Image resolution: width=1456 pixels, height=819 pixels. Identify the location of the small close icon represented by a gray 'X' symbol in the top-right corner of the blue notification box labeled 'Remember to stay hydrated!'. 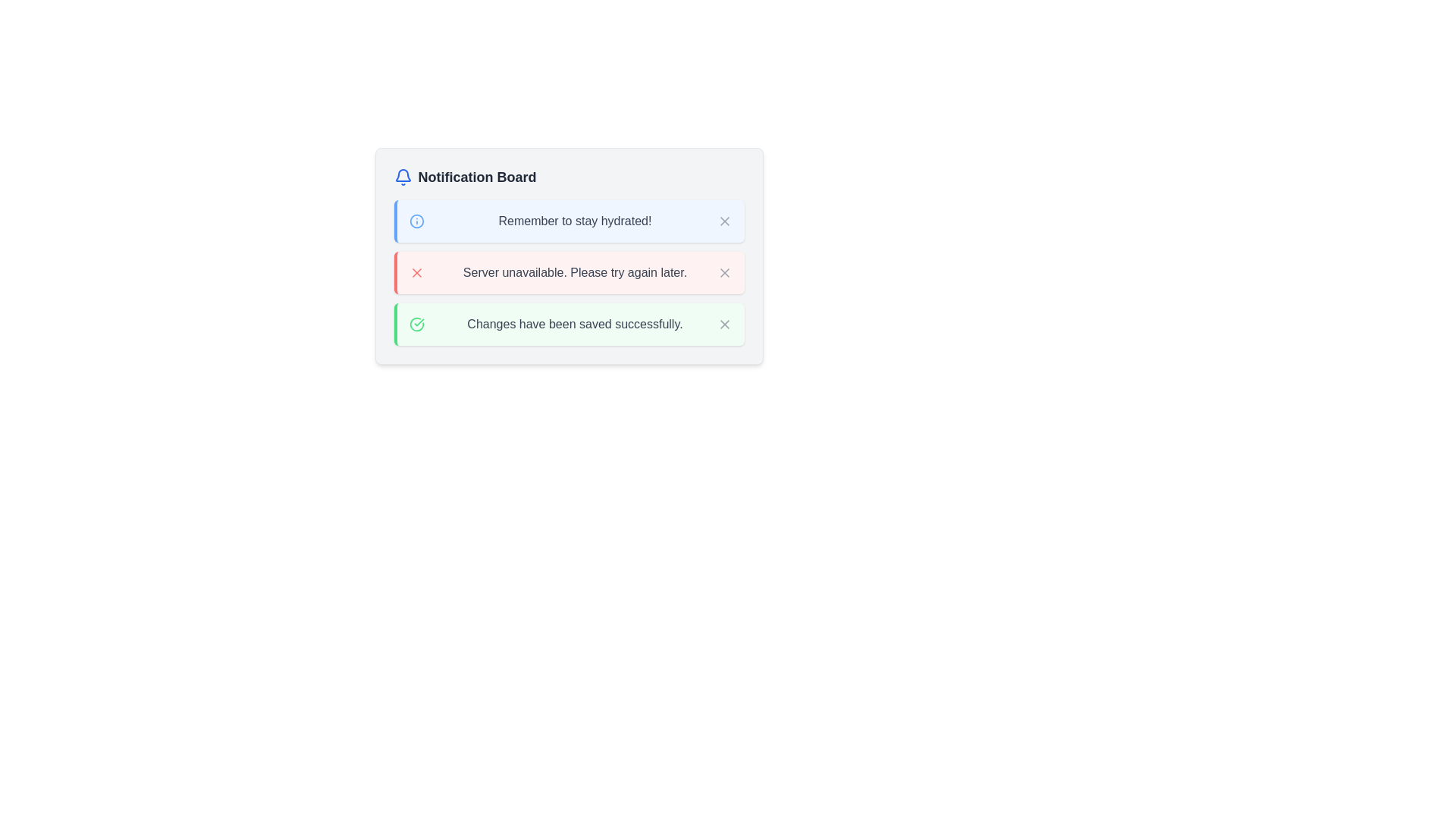
(723, 221).